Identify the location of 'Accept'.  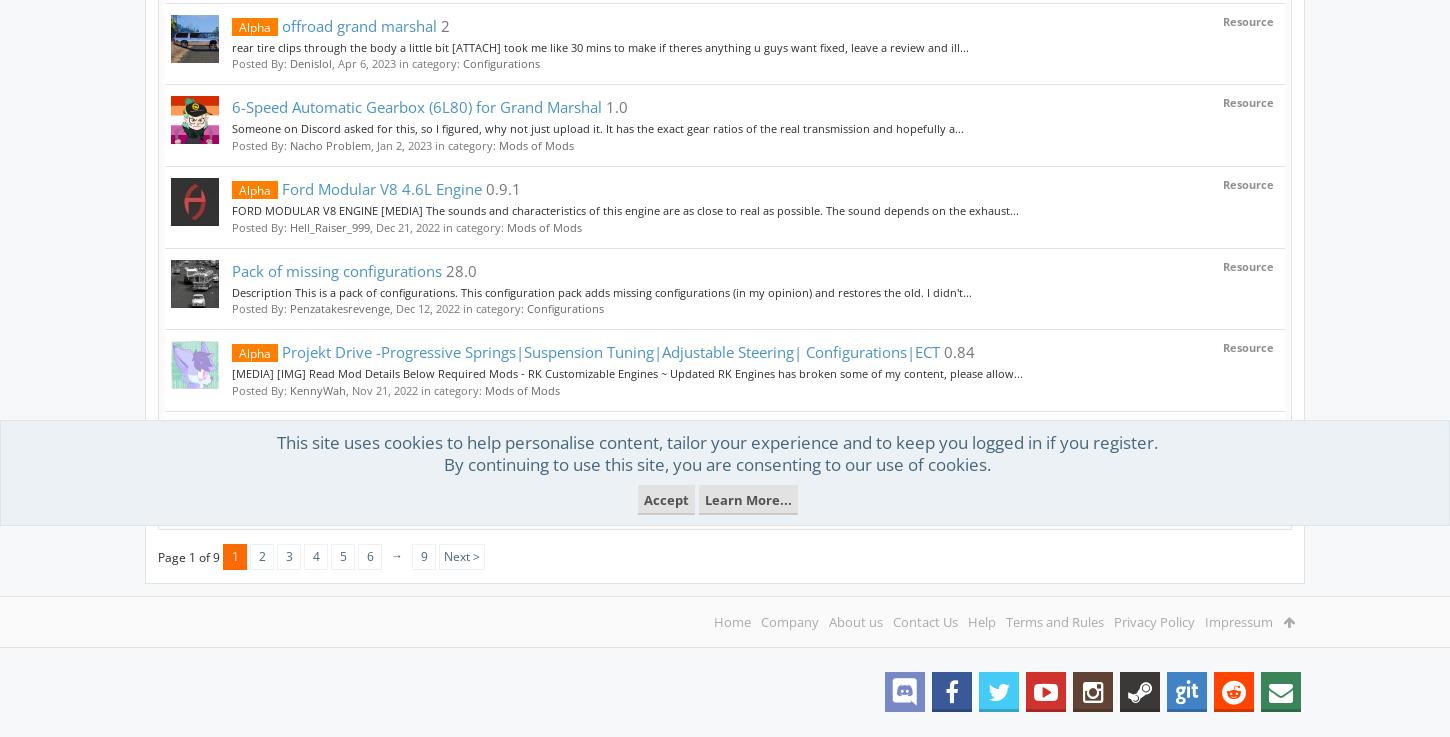
(641, 498).